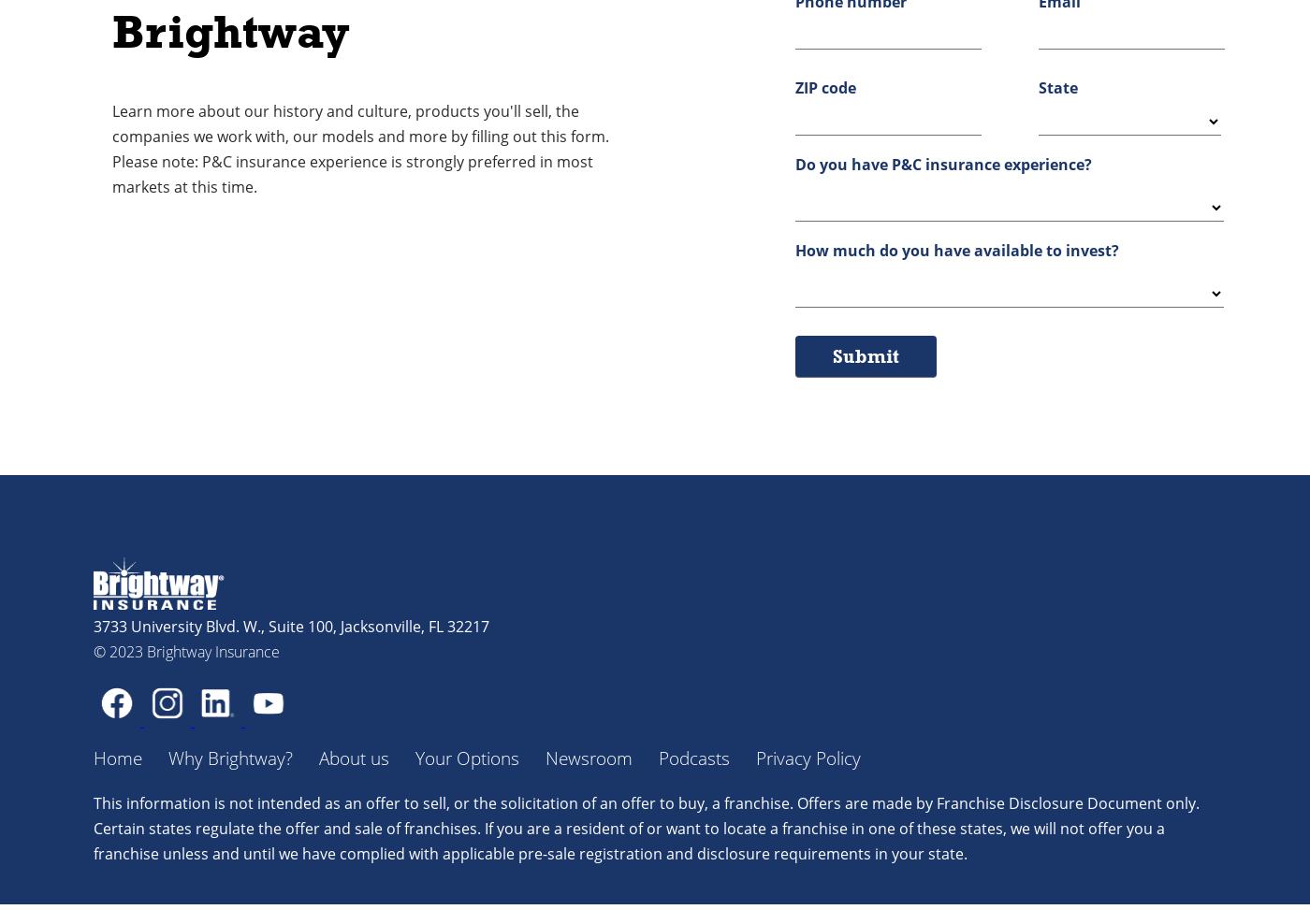 The width and height of the screenshot is (1310, 924). Describe the element at coordinates (694, 758) in the screenshot. I see `'Podcasts'` at that location.